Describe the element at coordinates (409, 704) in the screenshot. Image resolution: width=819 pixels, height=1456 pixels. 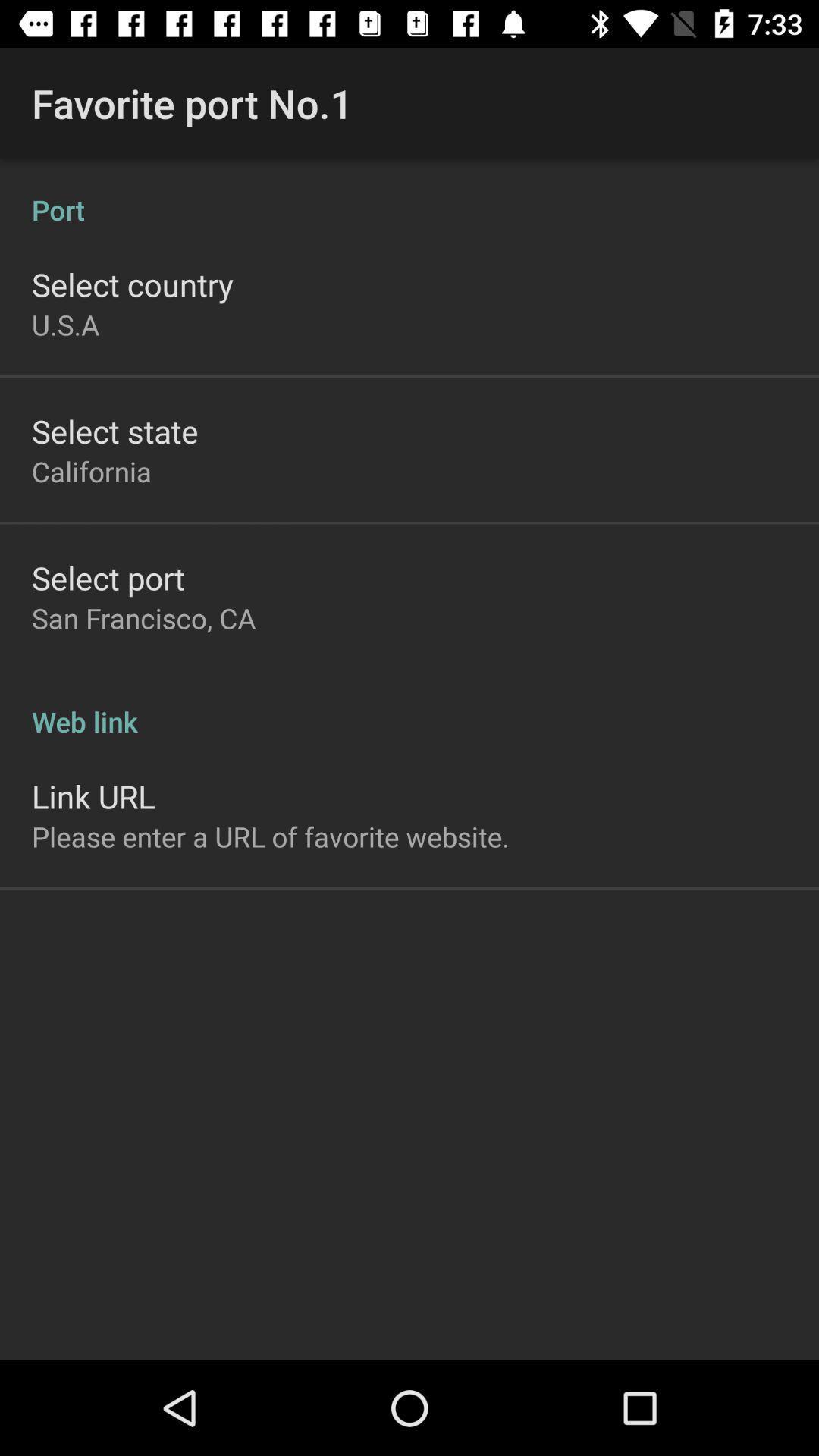
I see `the web link at the center` at that location.